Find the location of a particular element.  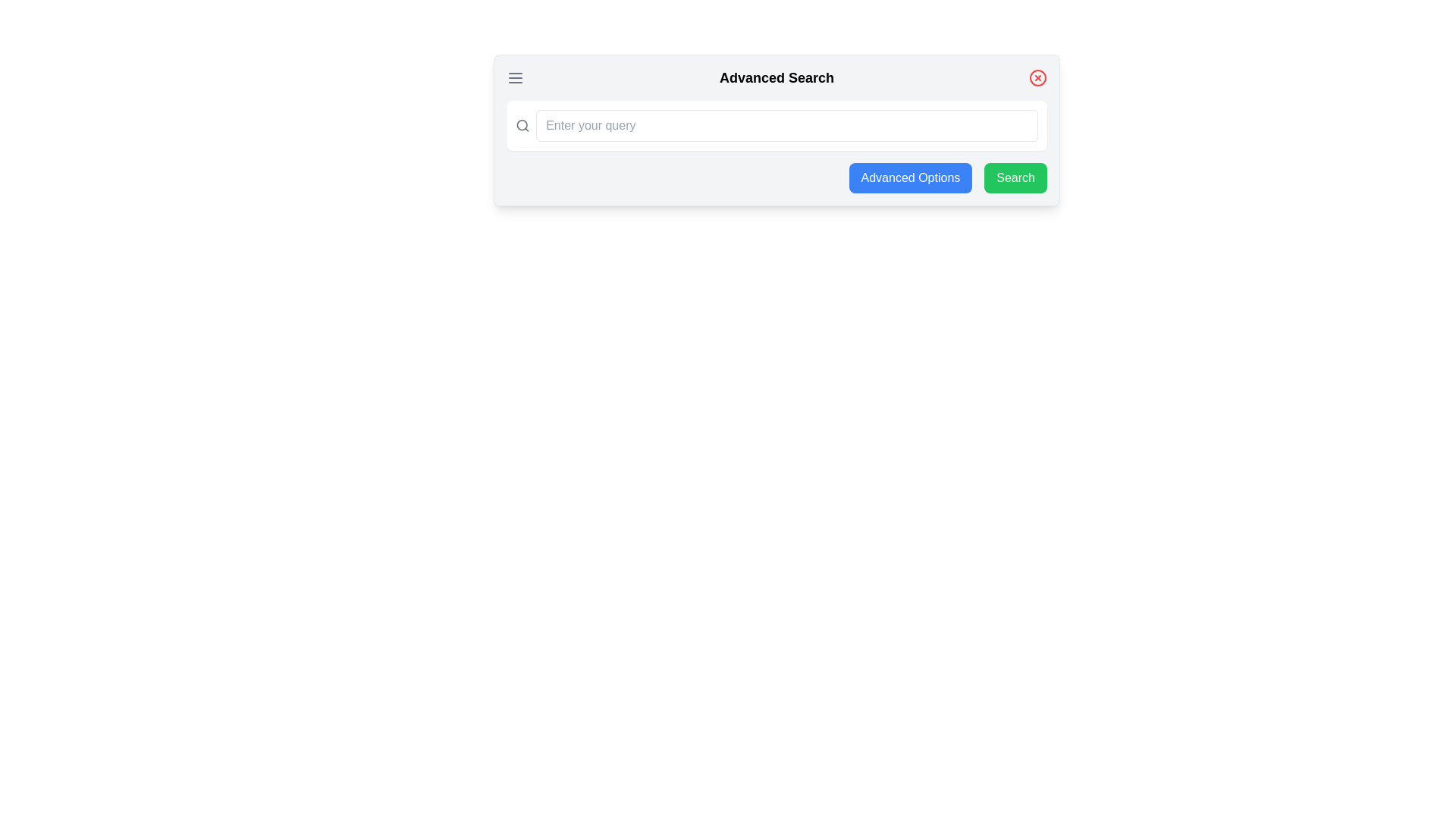

SVG properties of the outermost circle element of the close icon located in the top-right corner above the 'Advanced Search' header is located at coordinates (1037, 78).